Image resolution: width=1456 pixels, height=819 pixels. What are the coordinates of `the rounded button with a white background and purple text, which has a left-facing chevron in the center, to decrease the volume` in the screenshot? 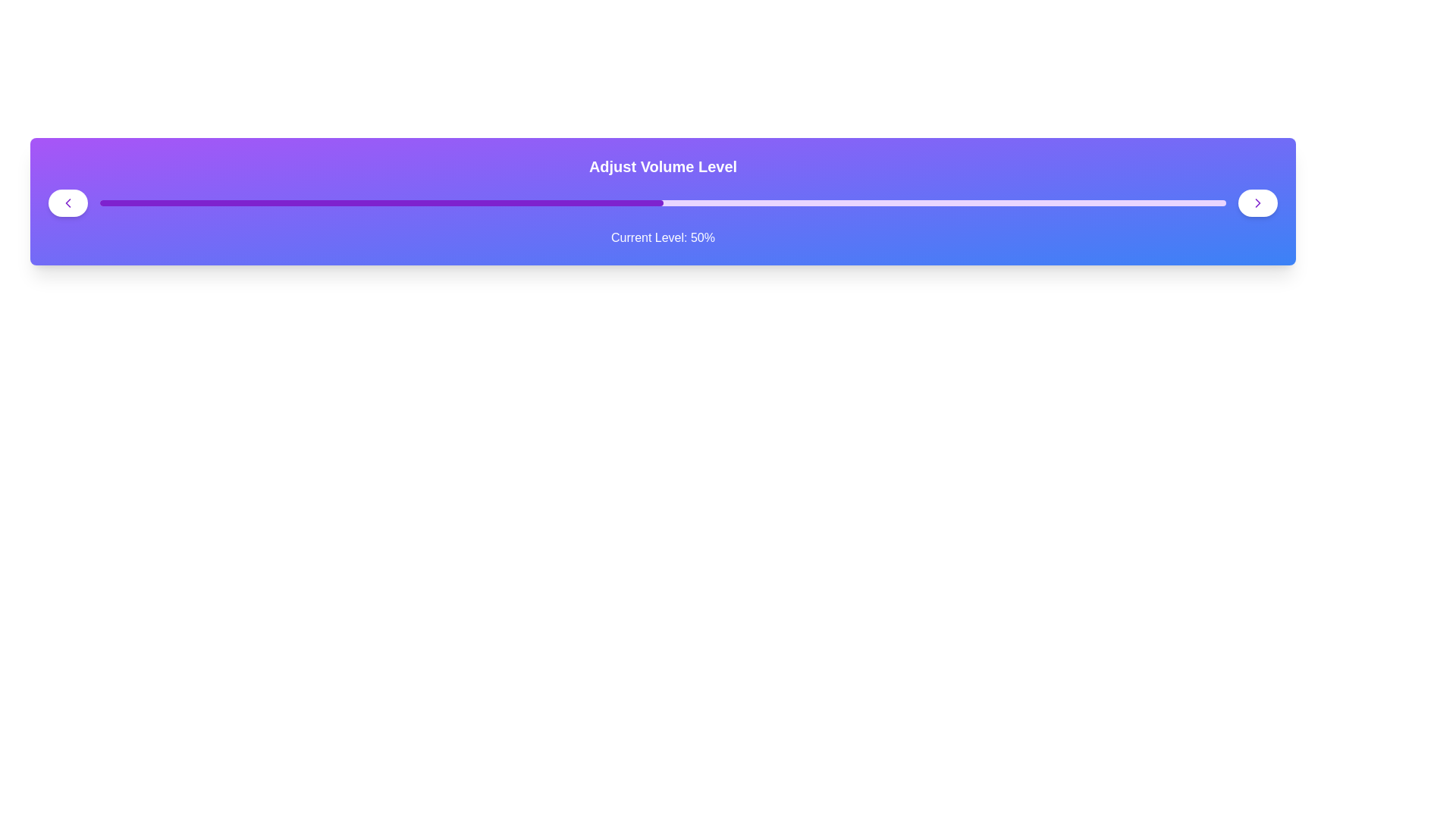 It's located at (67, 202).